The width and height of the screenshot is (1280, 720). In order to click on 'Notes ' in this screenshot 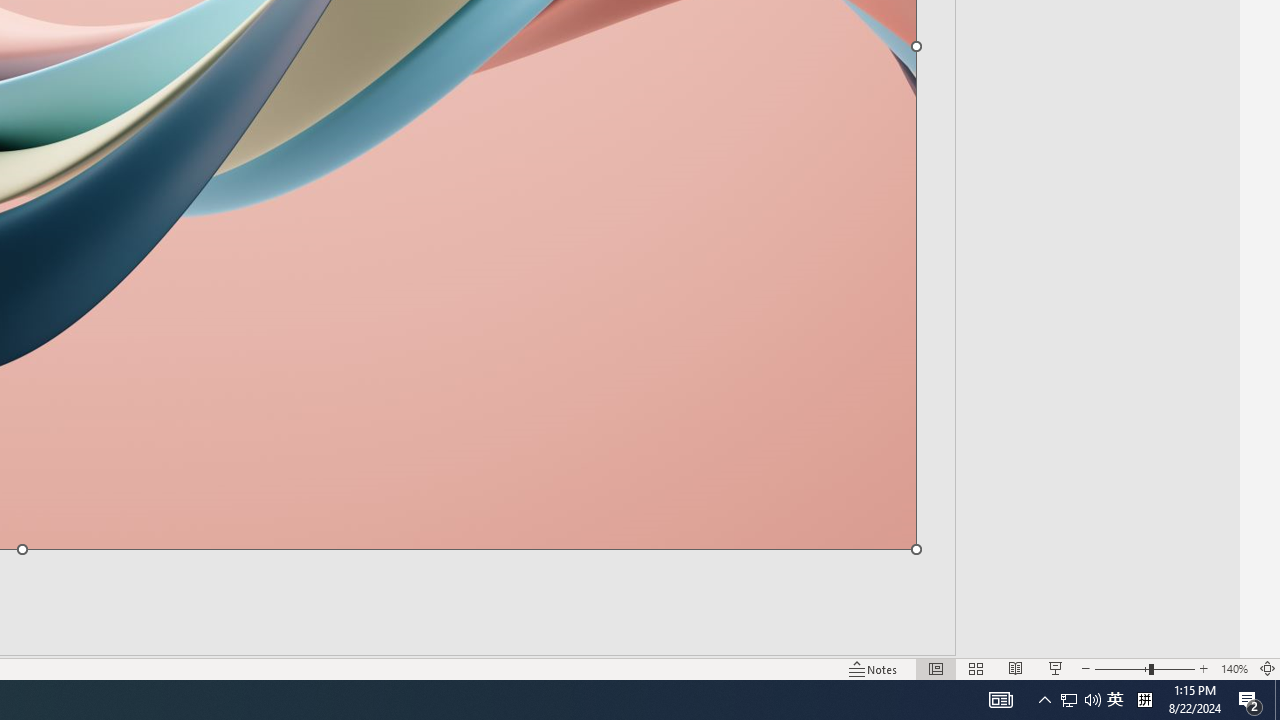, I will do `click(874, 669)`.